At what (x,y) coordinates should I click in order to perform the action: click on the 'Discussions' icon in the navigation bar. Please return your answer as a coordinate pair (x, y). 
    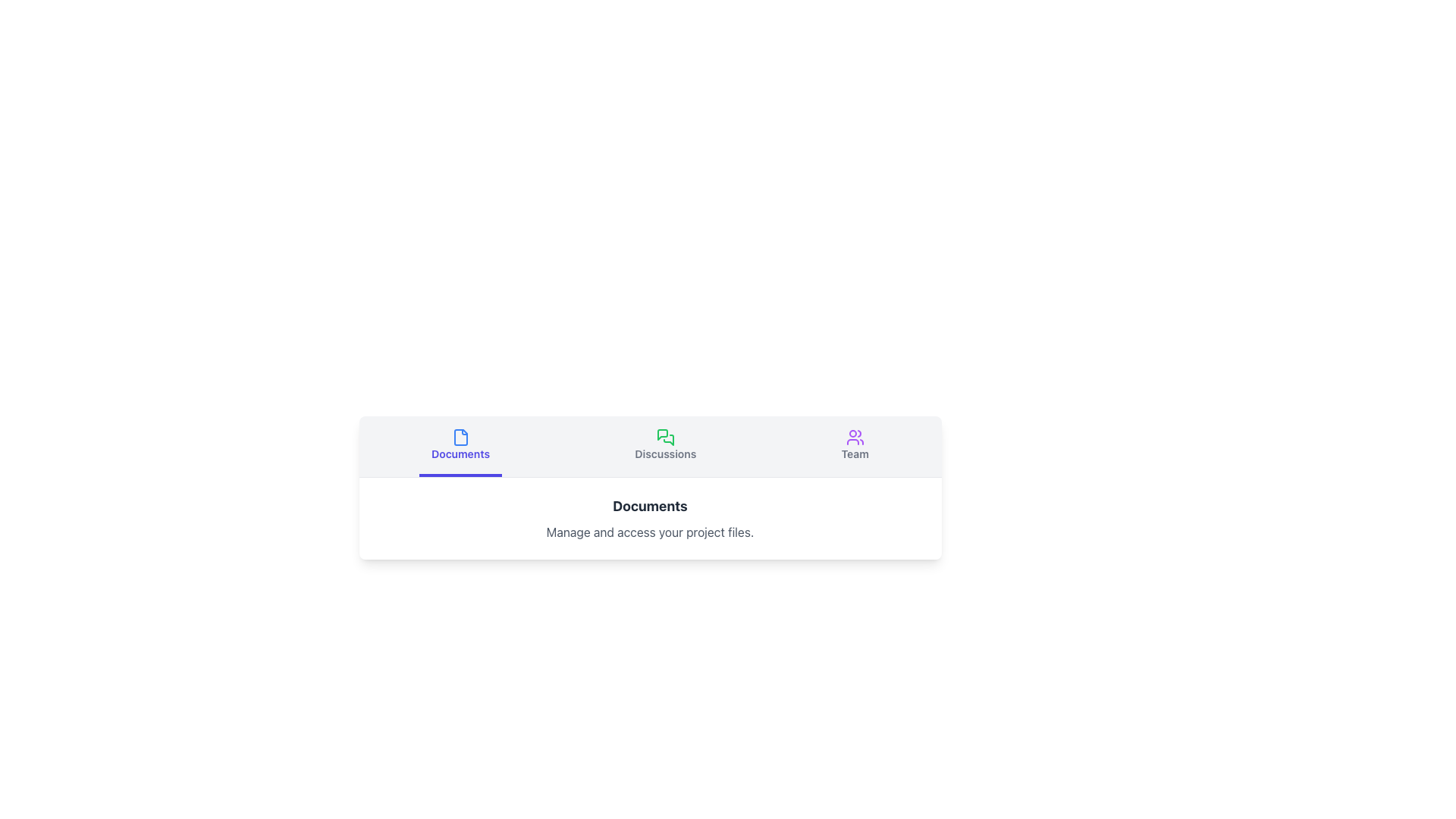
    Looking at the image, I should click on (665, 437).